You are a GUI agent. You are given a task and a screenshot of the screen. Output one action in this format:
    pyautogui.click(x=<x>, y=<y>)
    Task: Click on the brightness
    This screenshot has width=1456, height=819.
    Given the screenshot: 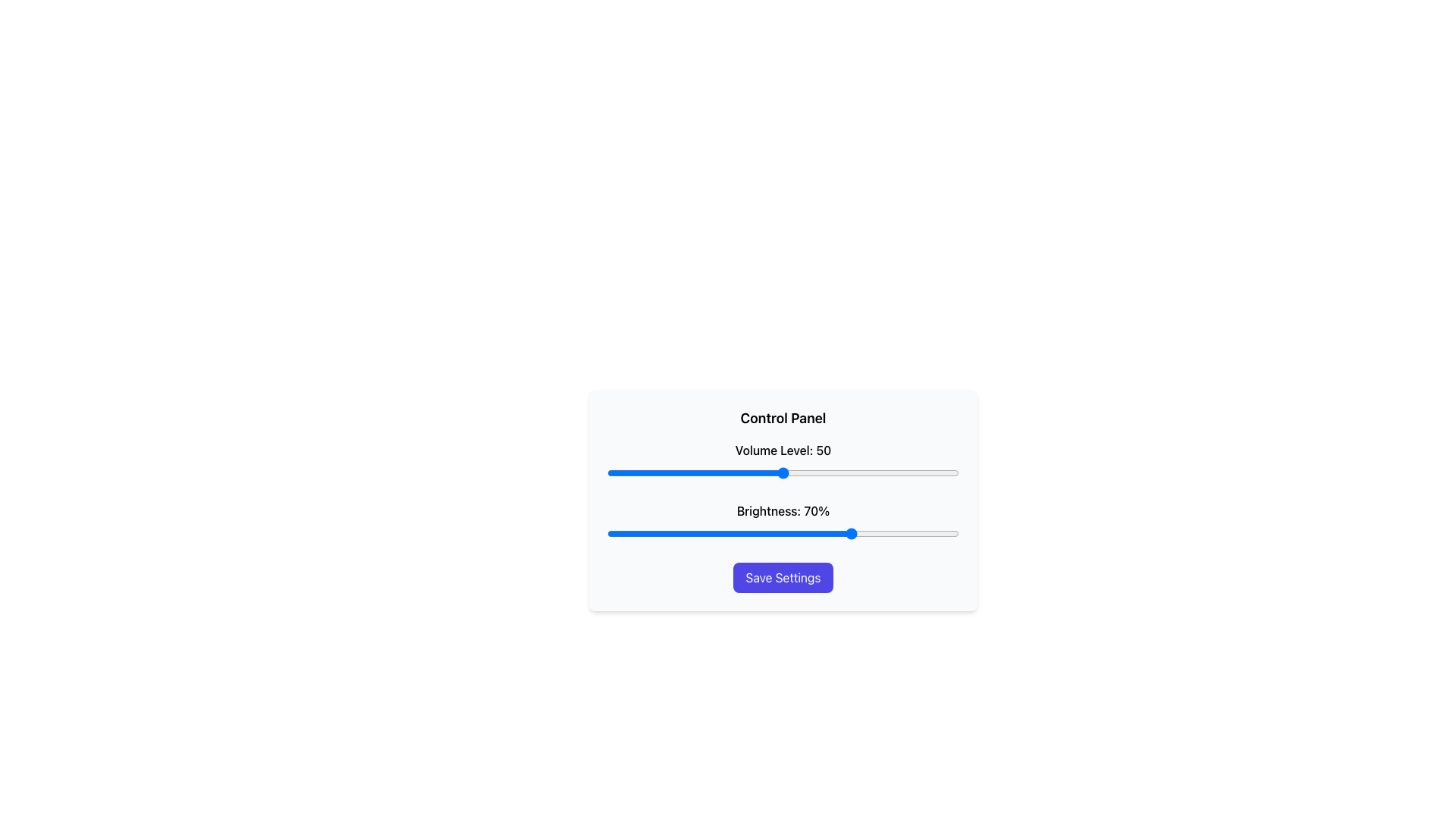 What is the action you would take?
    pyautogui.click(x=769, y=533)
    